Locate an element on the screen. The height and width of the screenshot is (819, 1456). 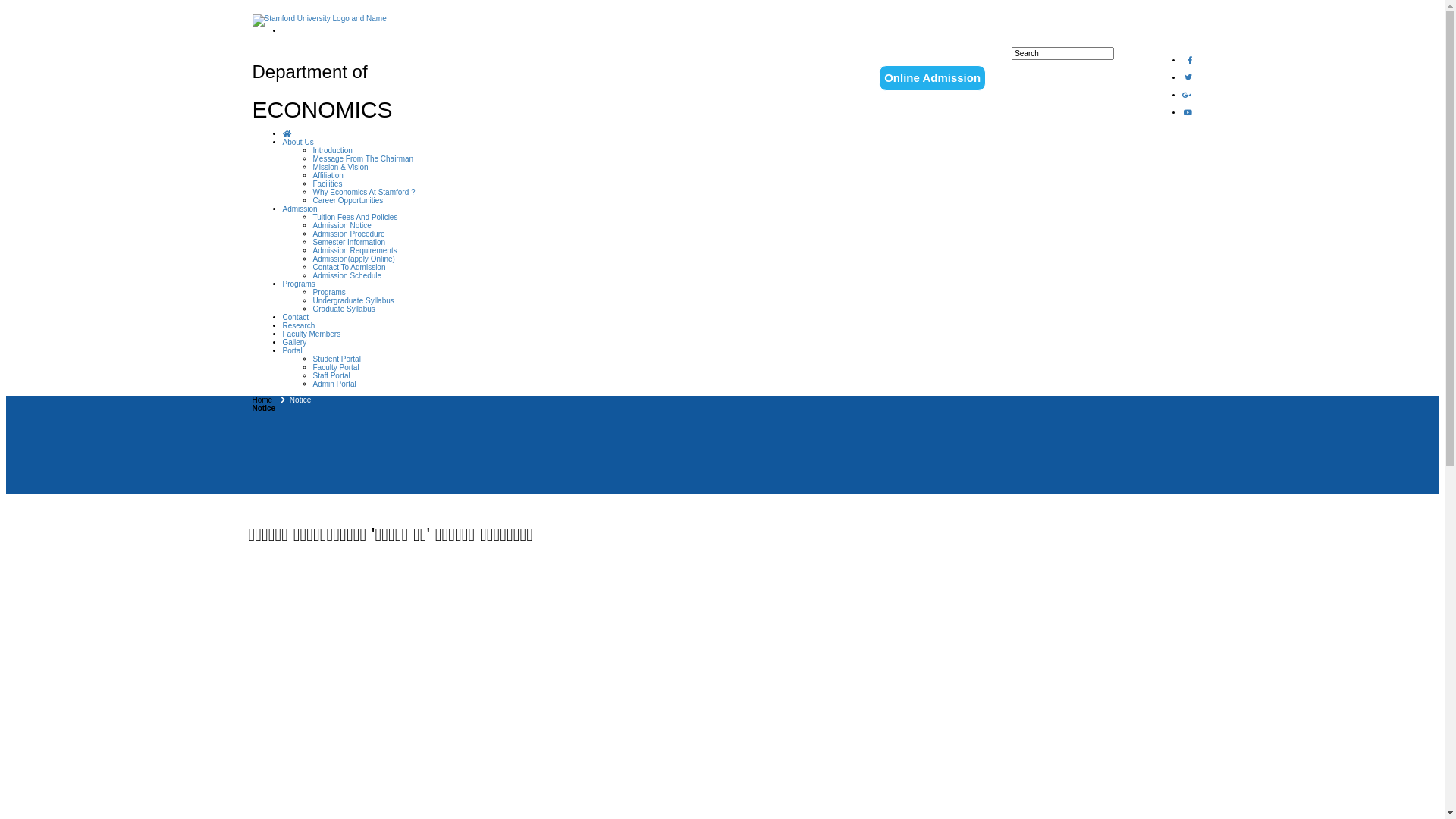
'Graduate Syllabus' is located at coordinates (342, 308).